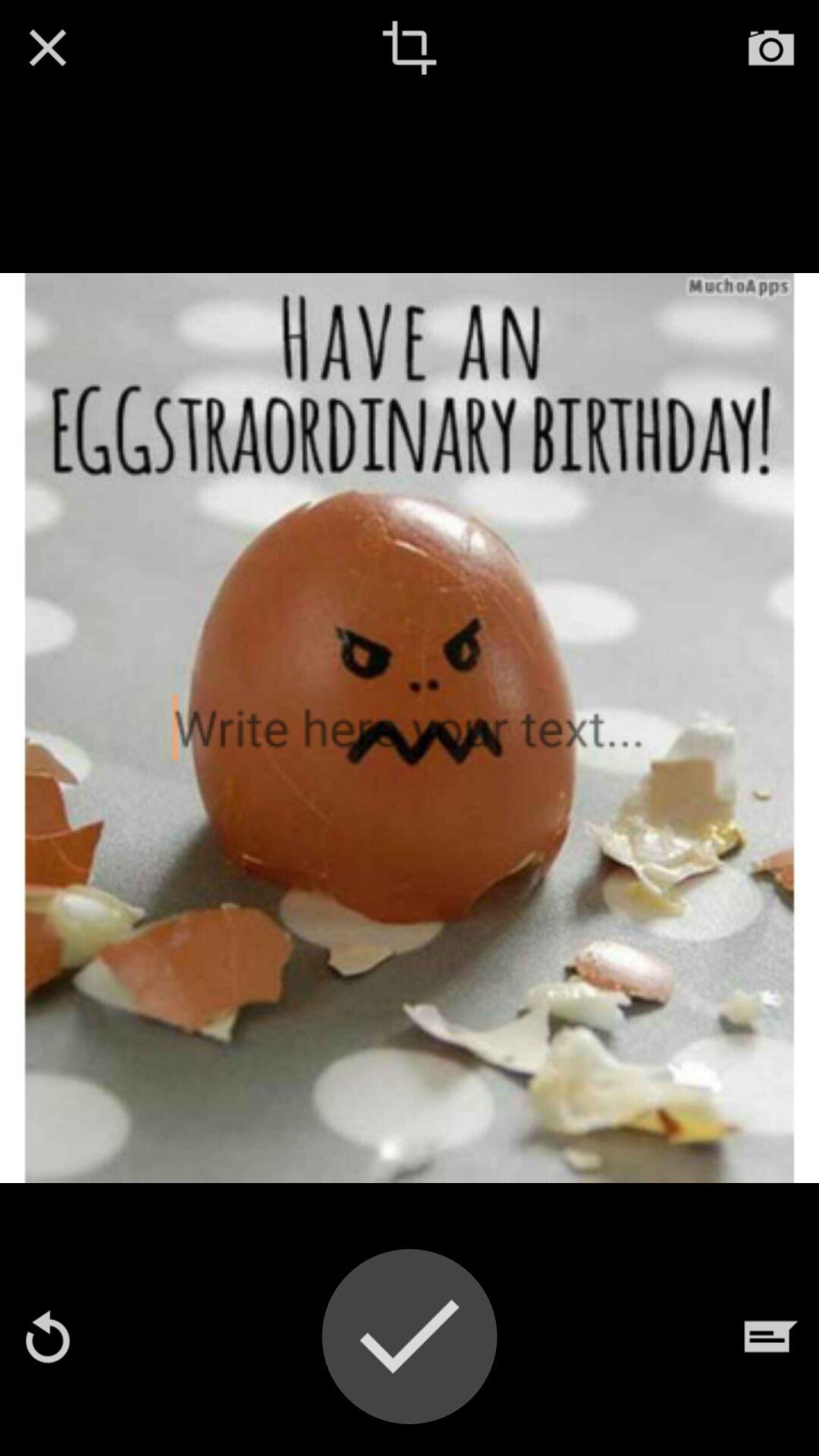 The height and width of the screenshot is (1456, 819). Describe the element at coordinates (771, 47) in the screenshot. I see `the photo icon` at that location.